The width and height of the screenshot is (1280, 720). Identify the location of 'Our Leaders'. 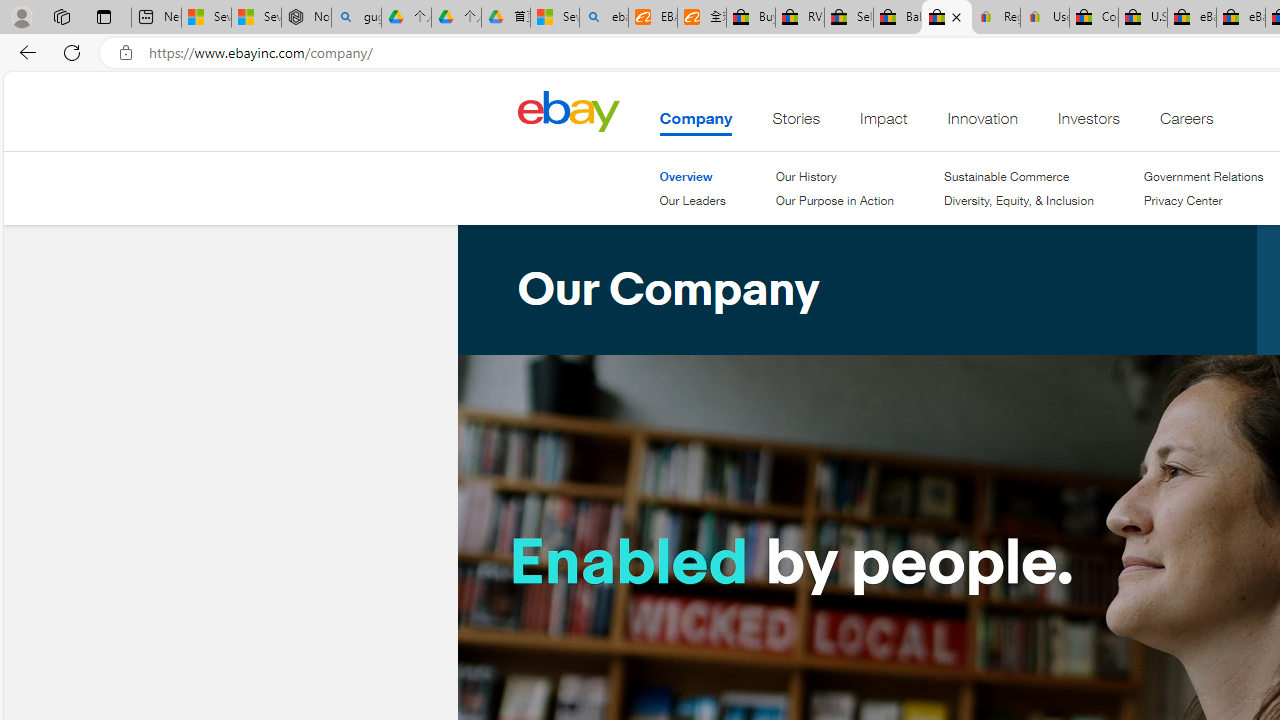
(692, 200).